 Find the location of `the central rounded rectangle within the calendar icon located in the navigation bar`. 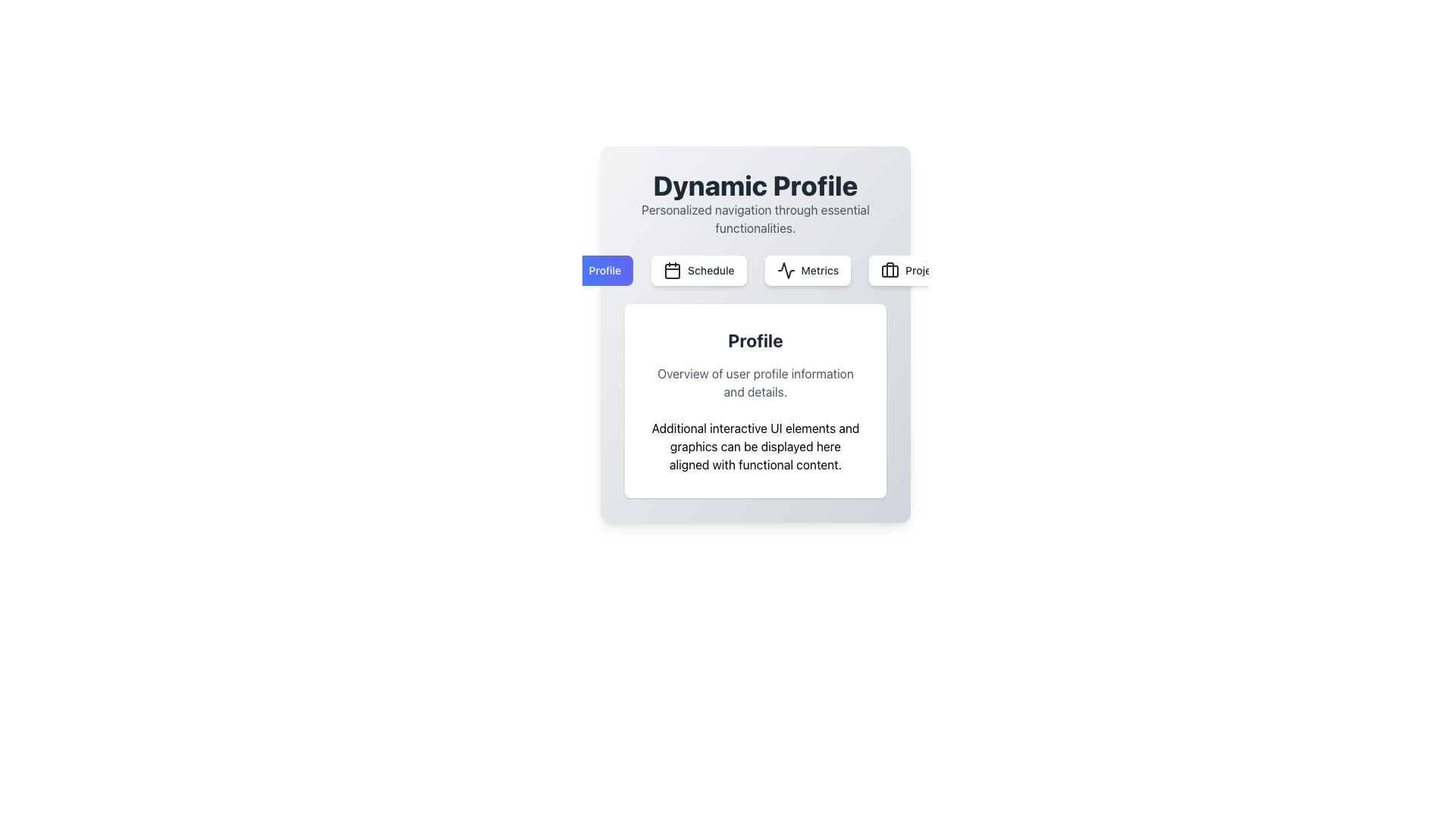

the central rounded rectangle within the calendar icon located in the navigation bar is located at coordinates (672, 271).